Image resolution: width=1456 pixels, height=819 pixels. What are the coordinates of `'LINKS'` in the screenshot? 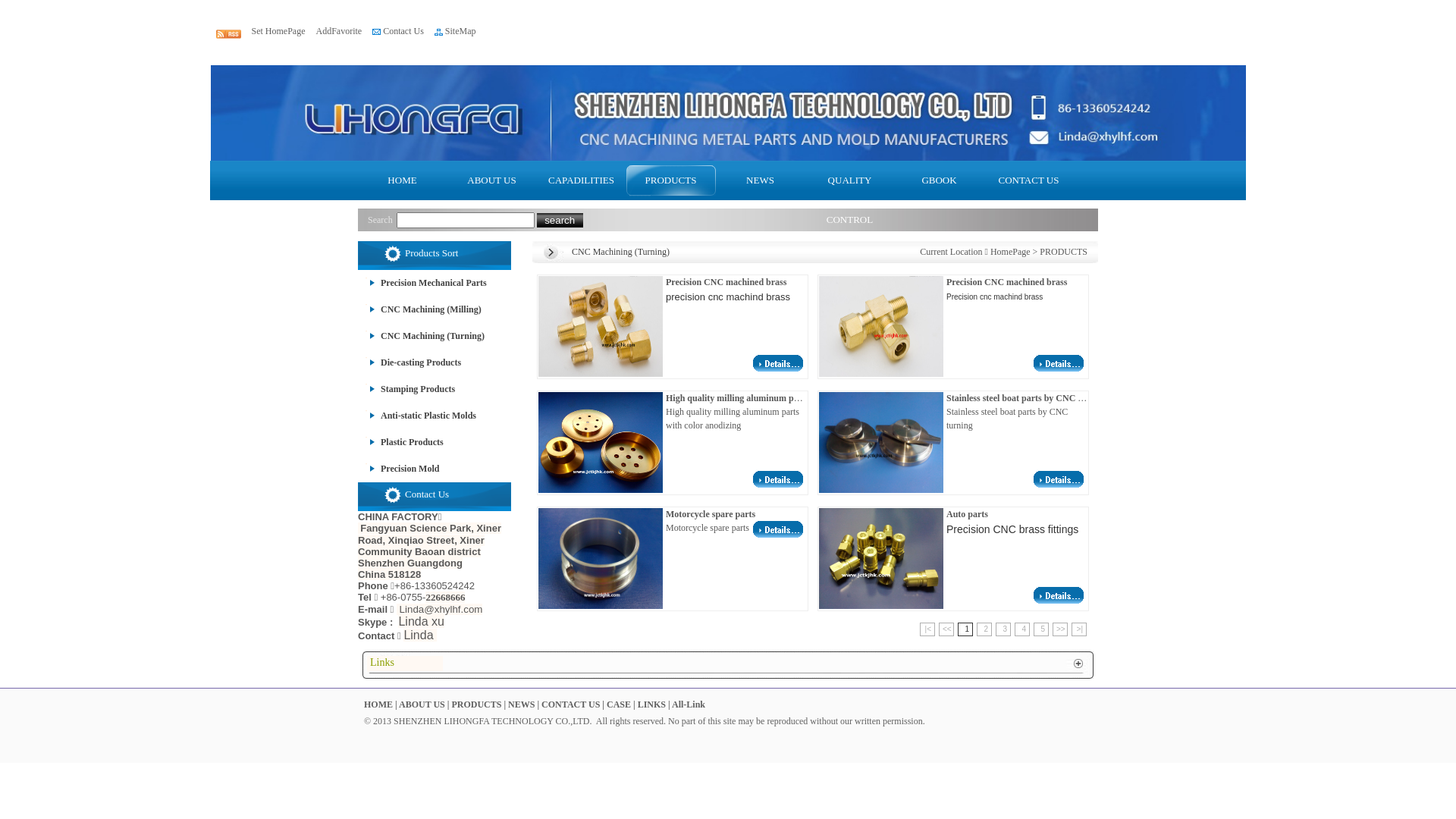 It's located at (651, 704).